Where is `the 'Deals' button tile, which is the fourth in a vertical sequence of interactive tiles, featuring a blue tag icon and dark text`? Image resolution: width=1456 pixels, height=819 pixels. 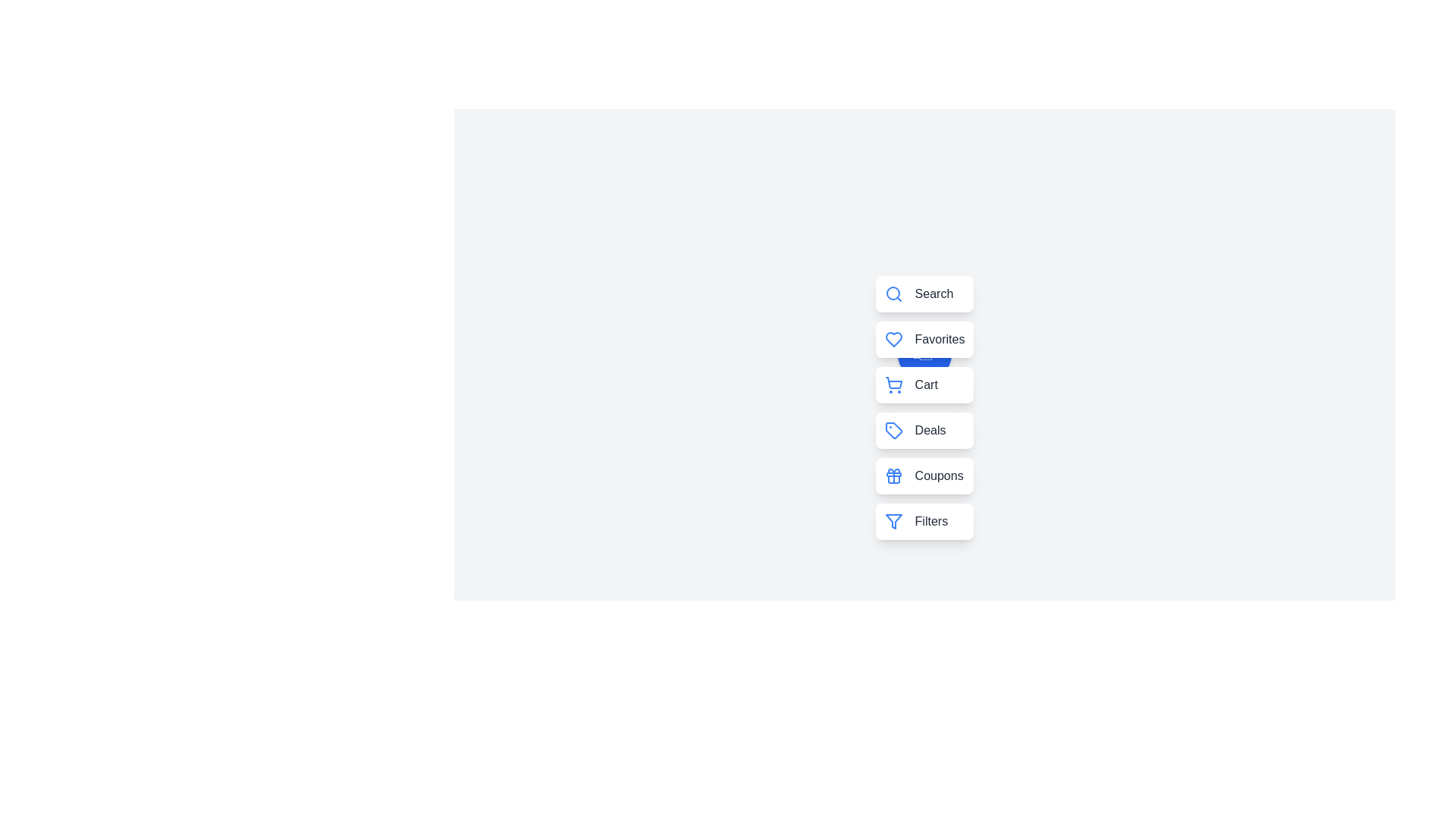
the 'Deals' button tile, which is the fourth in a vertical sequence of interactive tiles, featuring a blue tag icon and dark text is located at coordinates (924, 430).